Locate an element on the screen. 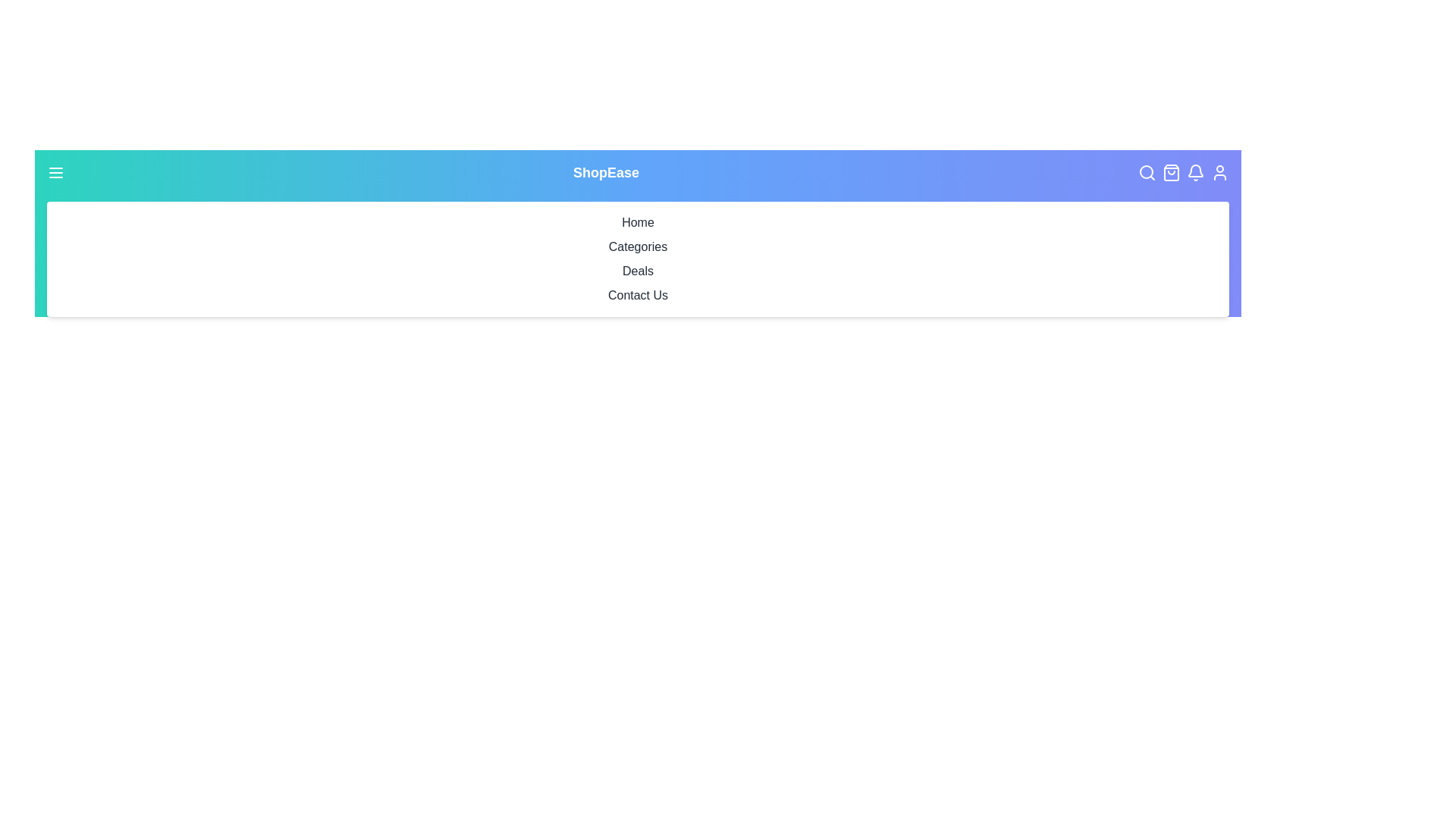 The width and height of the screenshot is (1456, 819). the 'Home' menu item in the navigation bar is located at coordinates (638, 222).